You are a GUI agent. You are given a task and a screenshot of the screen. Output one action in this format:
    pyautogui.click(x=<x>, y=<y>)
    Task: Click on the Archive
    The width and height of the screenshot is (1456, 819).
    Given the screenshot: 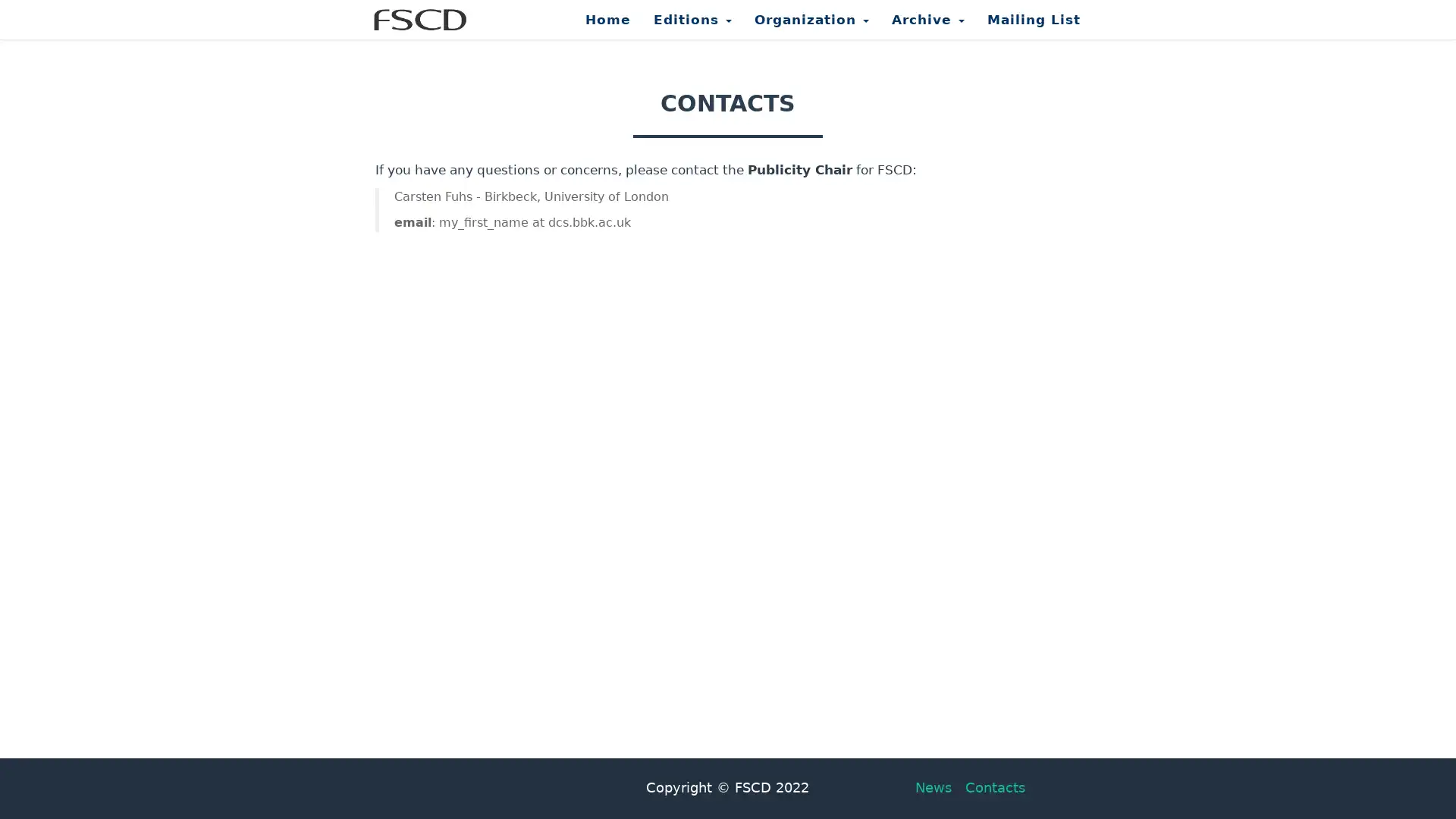 What is the action you would take?
    pyautogui.click(x=927, y=26)
    